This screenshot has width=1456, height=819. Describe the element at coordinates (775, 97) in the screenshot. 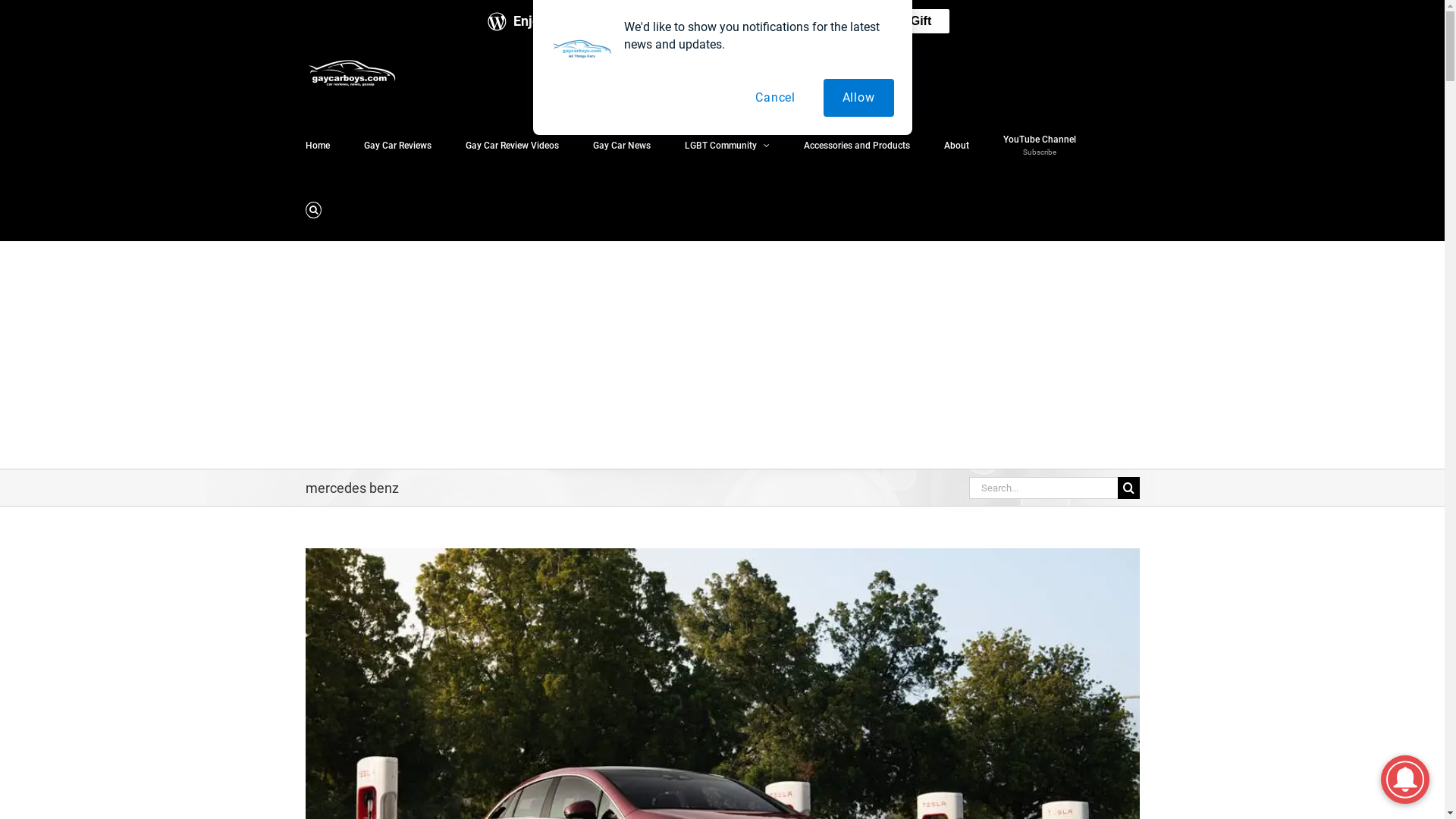

I see `'Cancel'` at that location.